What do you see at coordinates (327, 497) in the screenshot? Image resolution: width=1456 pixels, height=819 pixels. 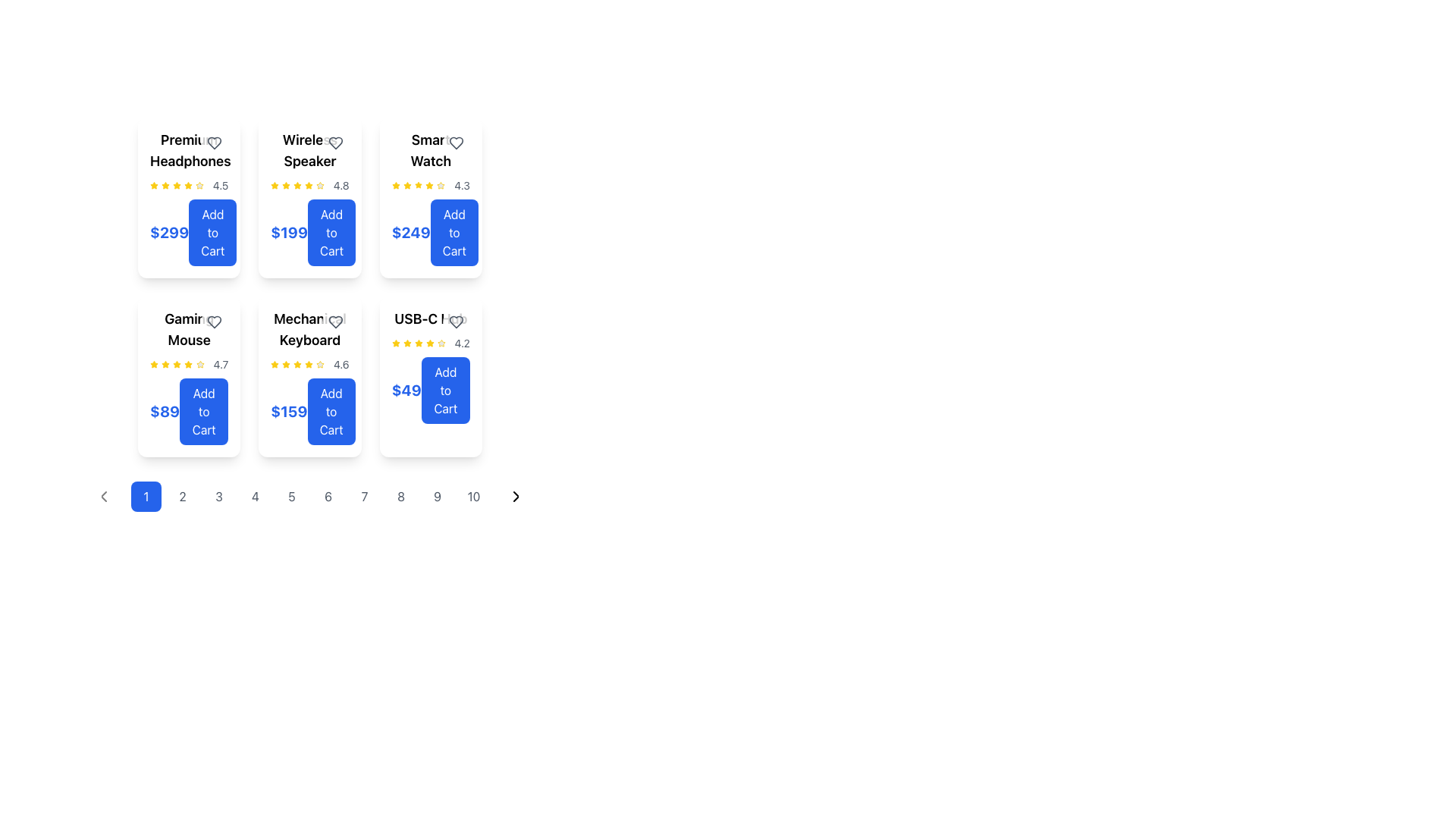 I see `the sixth pagination button` at bounding box center [327, 497].